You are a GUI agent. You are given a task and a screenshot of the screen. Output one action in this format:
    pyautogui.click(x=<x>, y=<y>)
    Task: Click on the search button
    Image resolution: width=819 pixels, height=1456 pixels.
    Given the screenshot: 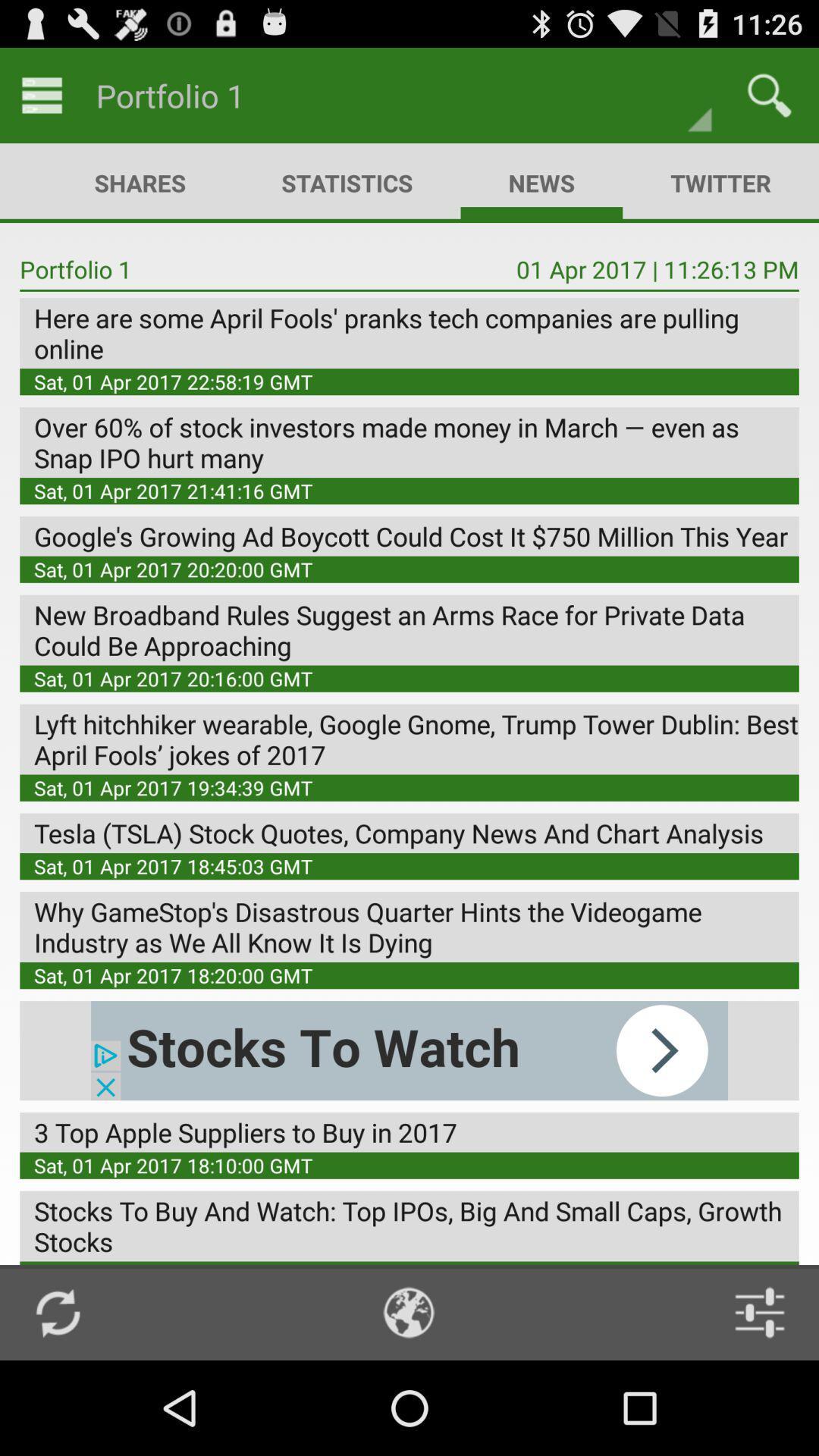 What is the action you would take?
    pyautogui.click(x=769, y=94)
    